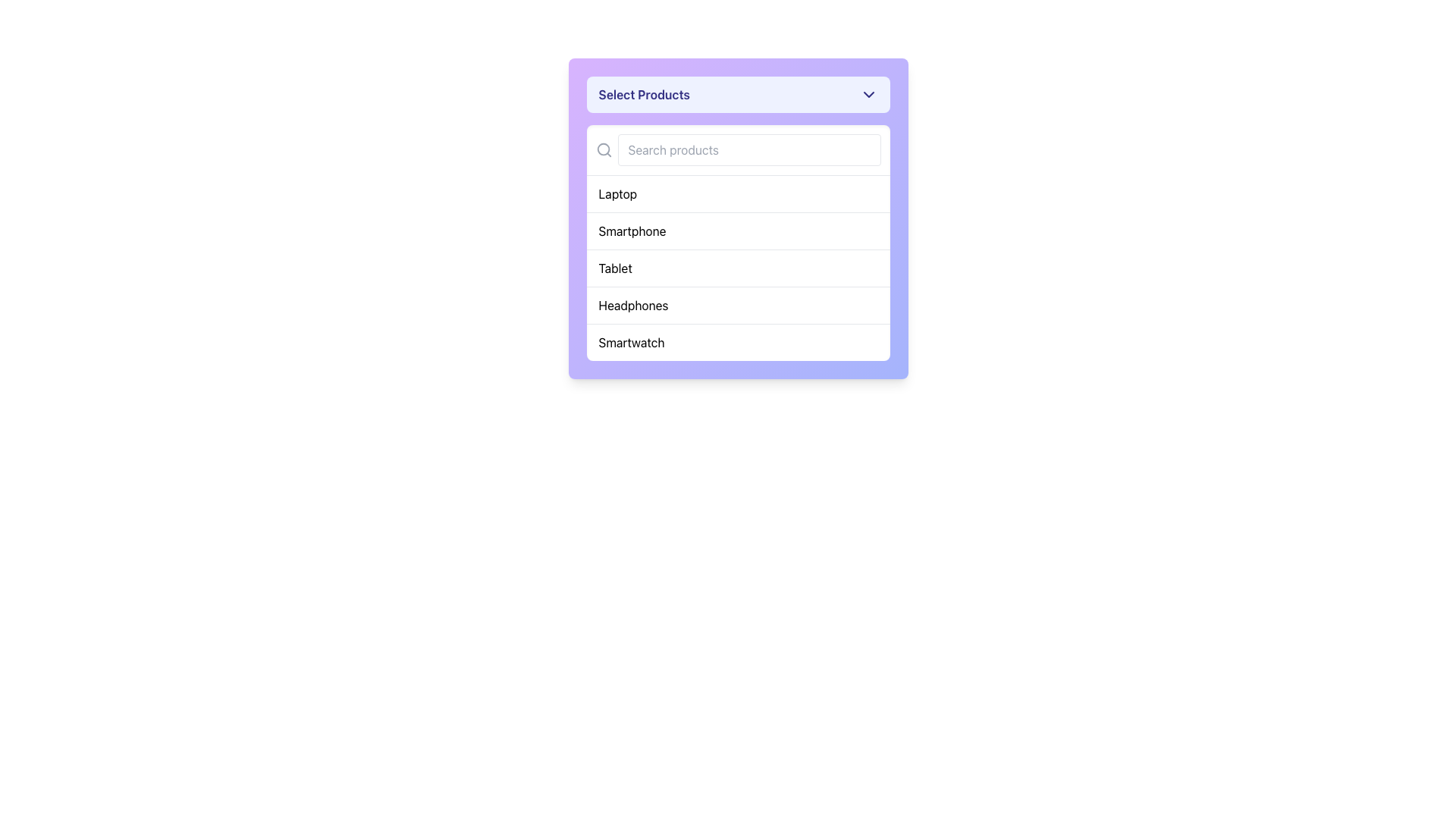 The image size is (1456, 819). Describe the element at coordinates (868, 94) in the screenshot. I see `the small downward-facing chevron icon, which has a dark indigo color and is located at the top-right of the 'Select Products' button` at that location.